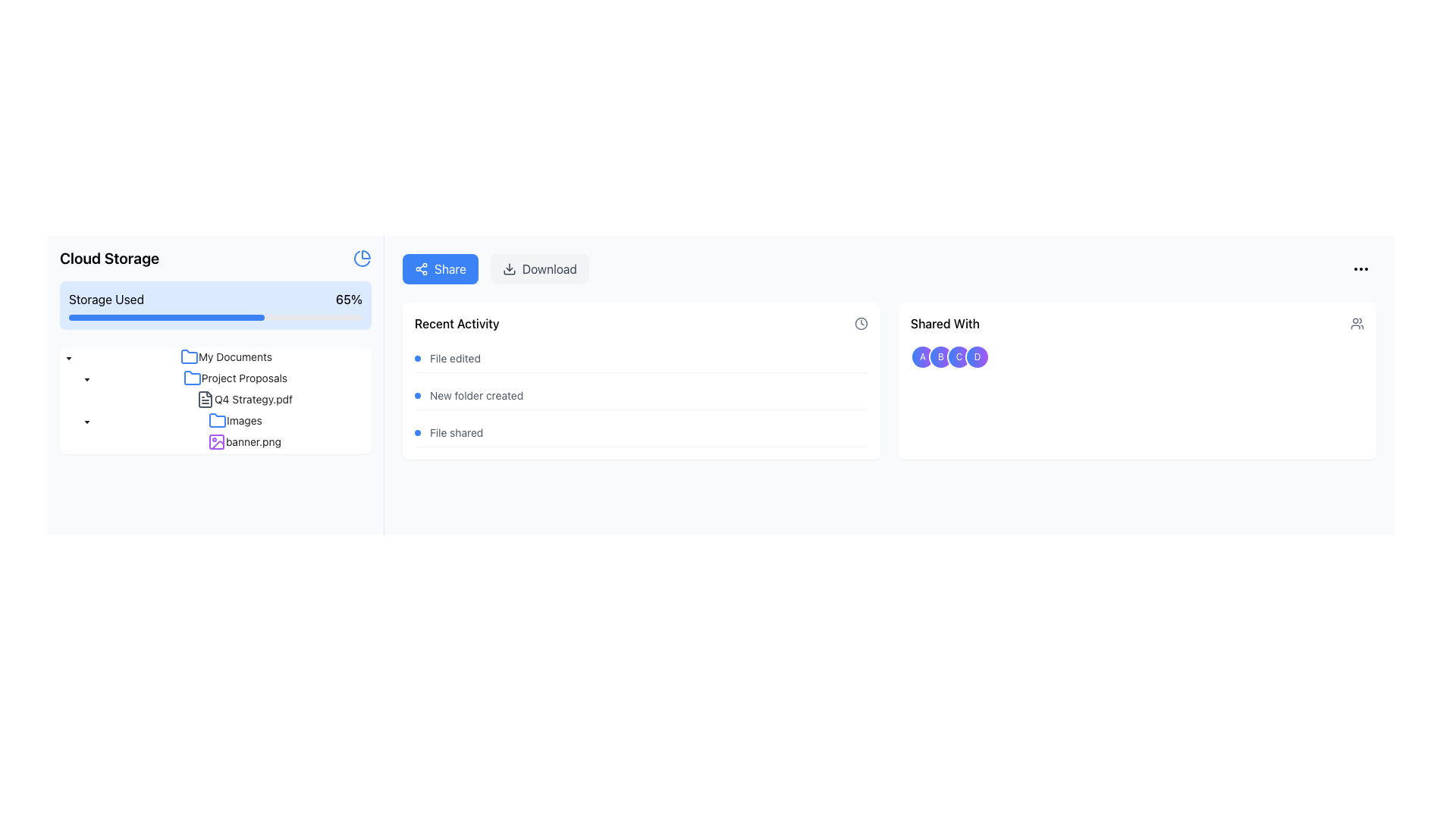 The height and width of the screenshot is (819, 1456). What do you see at coordinates (191, 377) in the screenshot?
I see `the folder icon with a blue outline located in the left panel under 'Cloud Storage', next to 'Project Proposals'` at bounding box center [191, 377].